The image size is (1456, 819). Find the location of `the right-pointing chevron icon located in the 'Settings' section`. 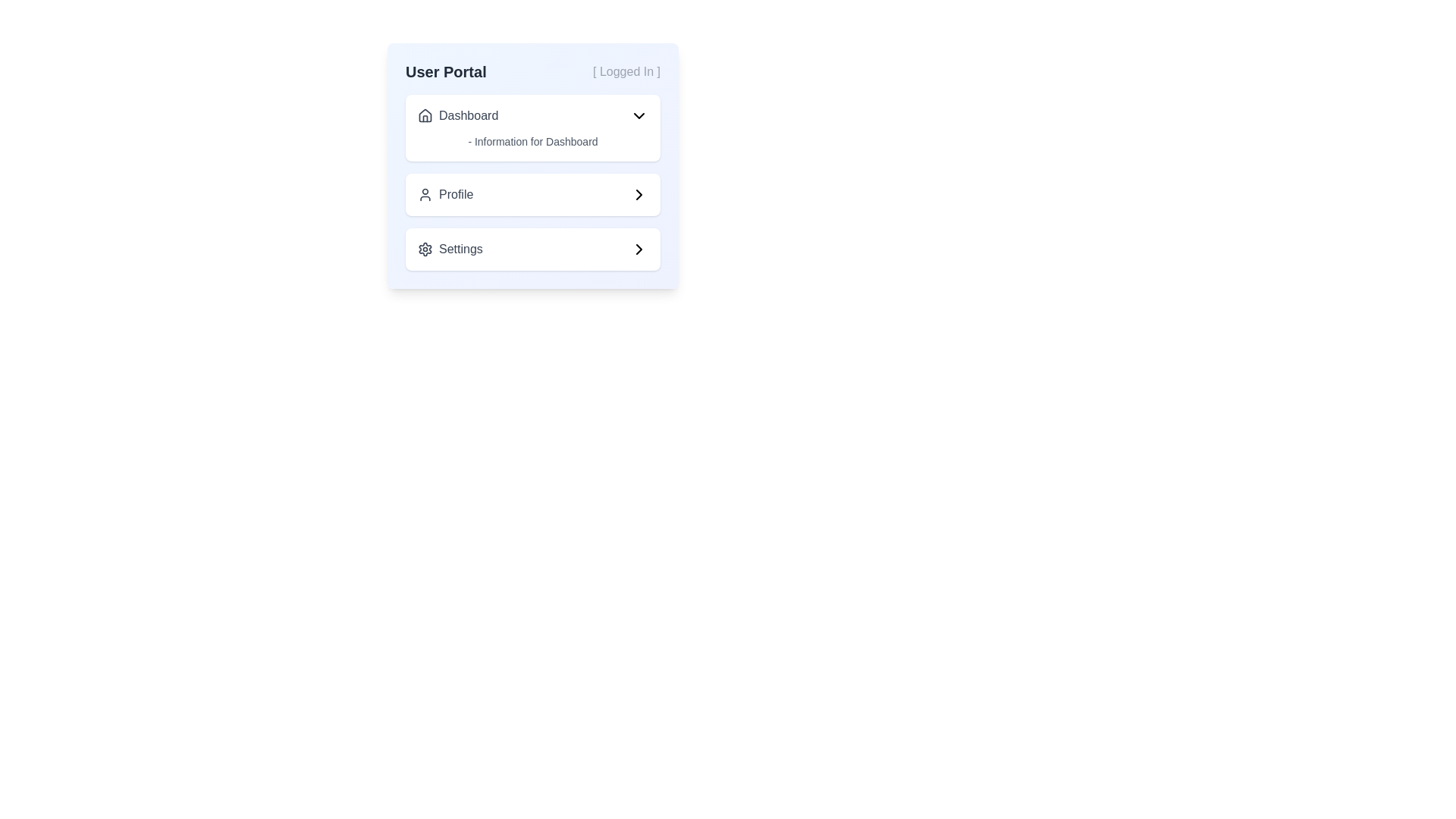

the right-pointing chevron icon located in the 'Settings' section is located at coordinates (639, 248).